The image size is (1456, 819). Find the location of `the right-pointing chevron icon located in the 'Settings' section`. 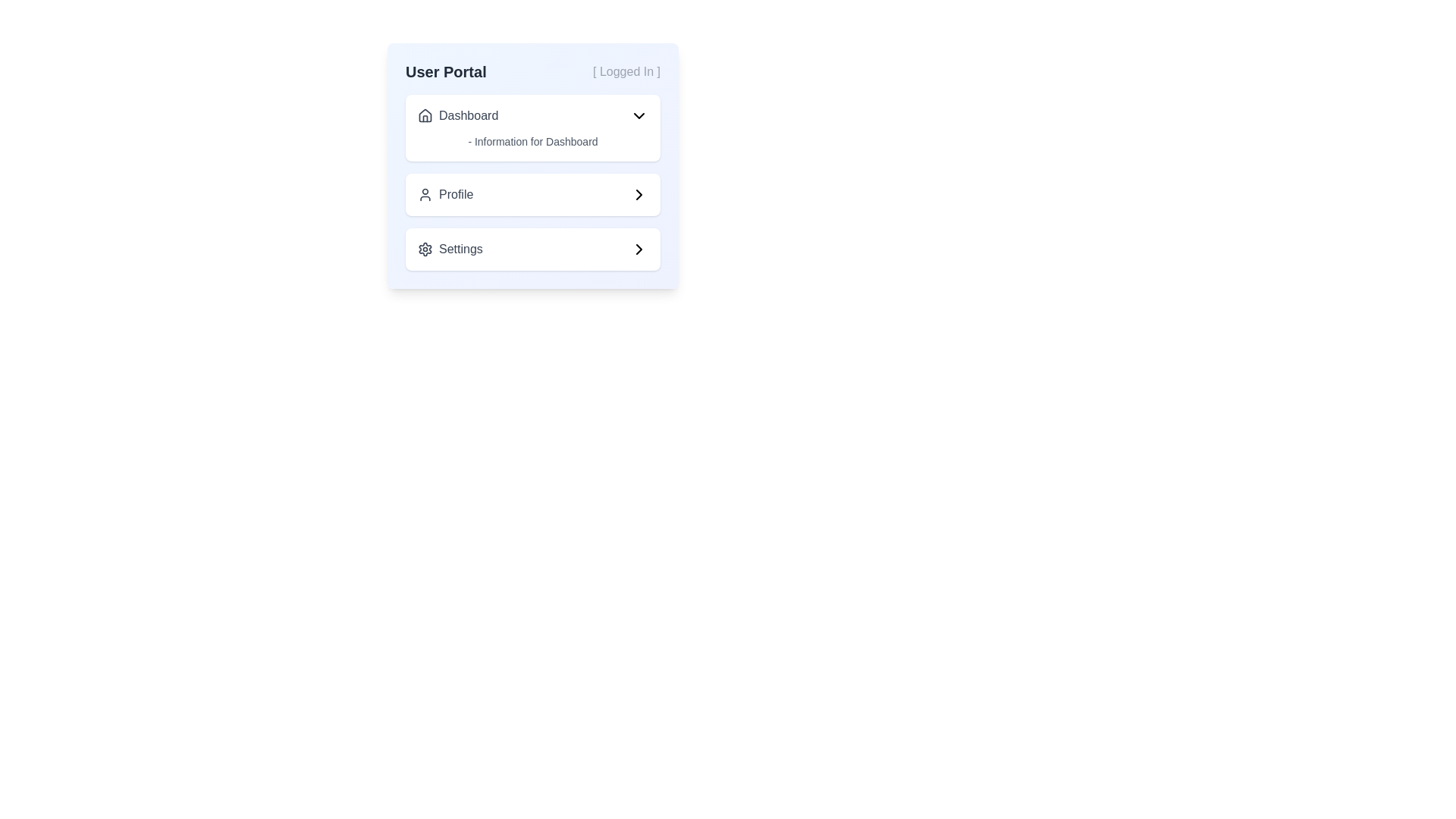

the right-pointing chevron icon located in the 'Settings' section is located at coordinates (639, 248).